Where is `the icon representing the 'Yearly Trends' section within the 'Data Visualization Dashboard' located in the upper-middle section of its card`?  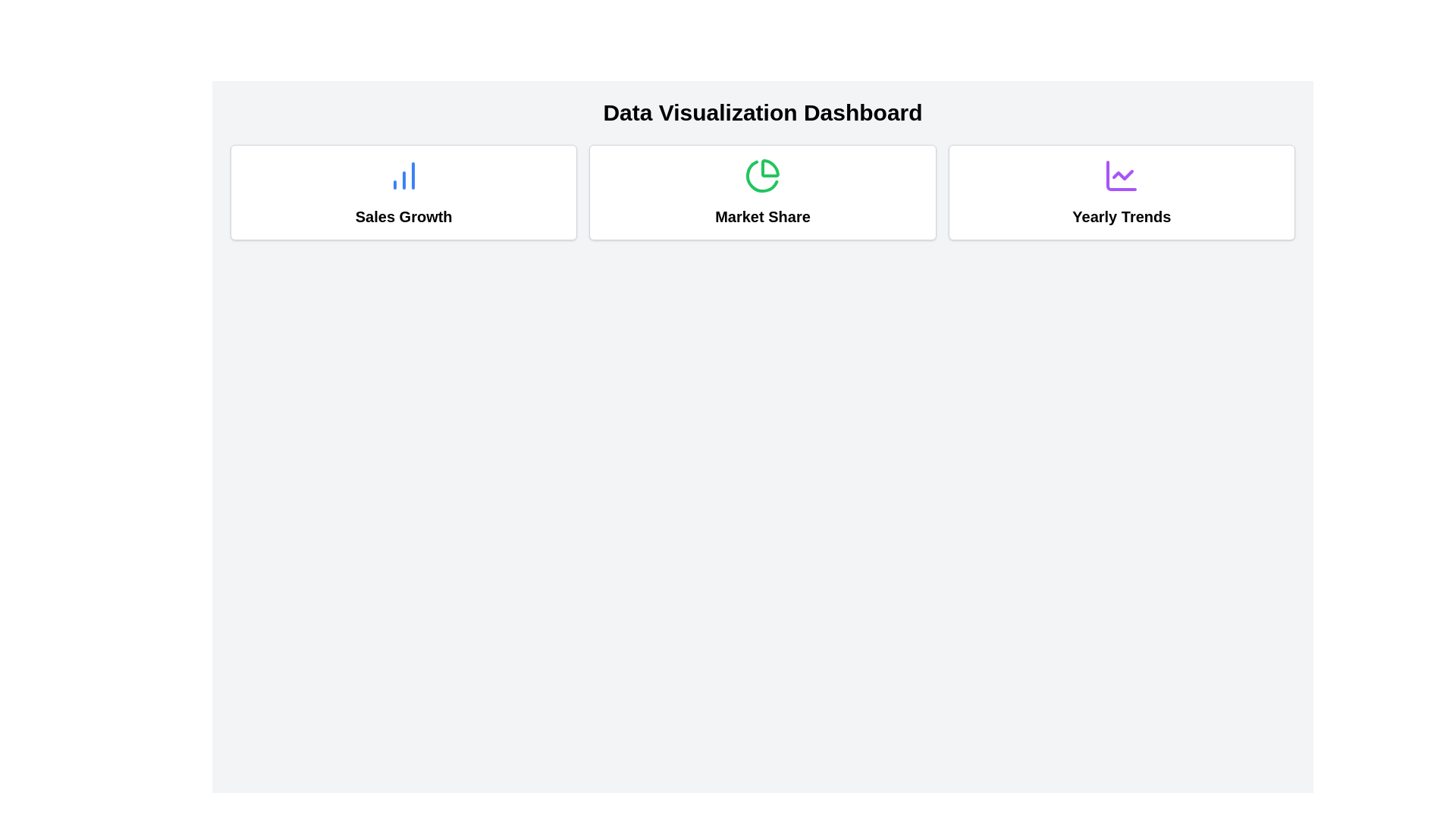
the icon representing the 'Yearly Trends' section within the 'Data Visualization Dashboard' located in the upper-middle section of its card is located at coordinates (1122, 174).